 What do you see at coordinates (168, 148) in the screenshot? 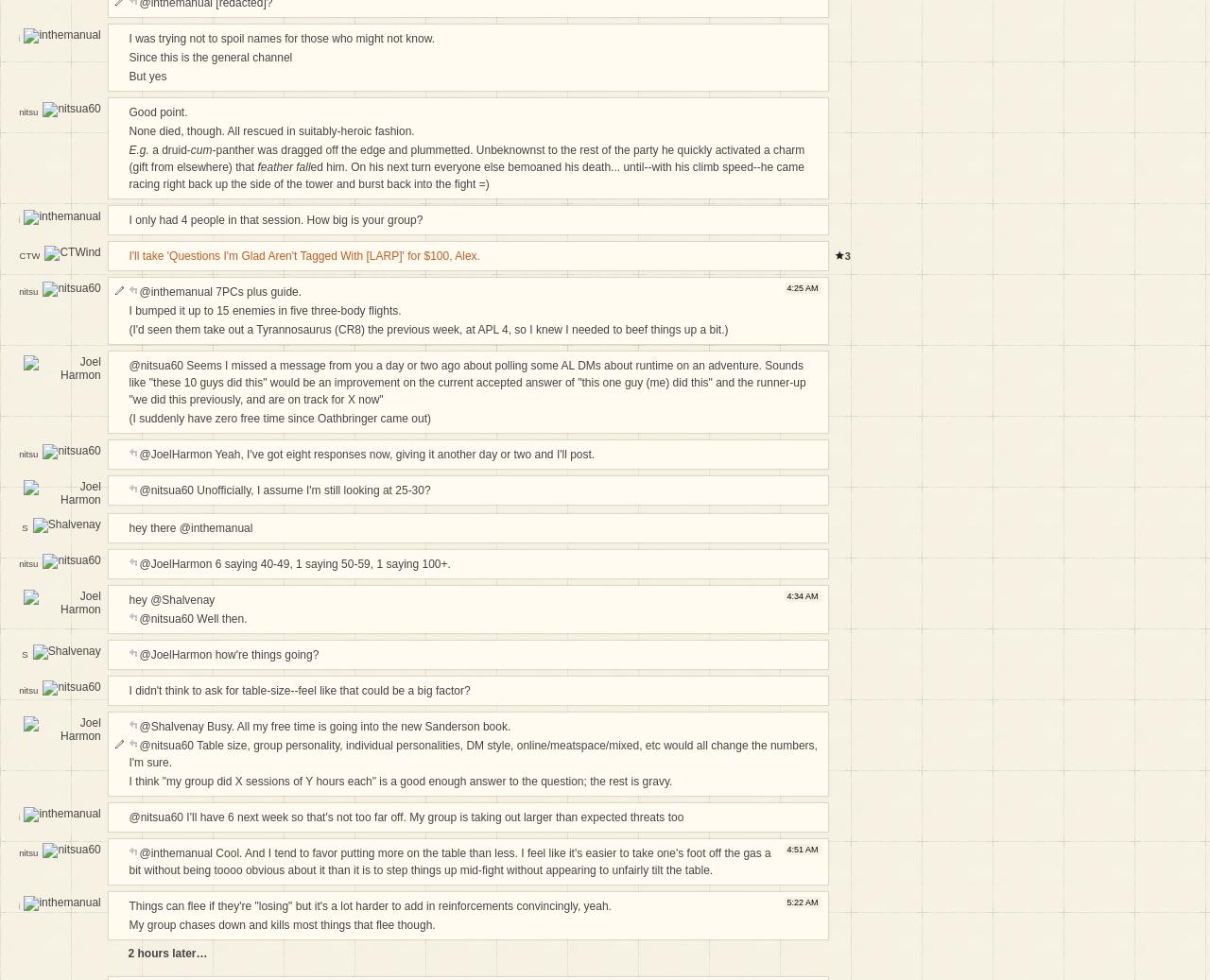
I see `'a druid-'` at bounding box center [168, 148].